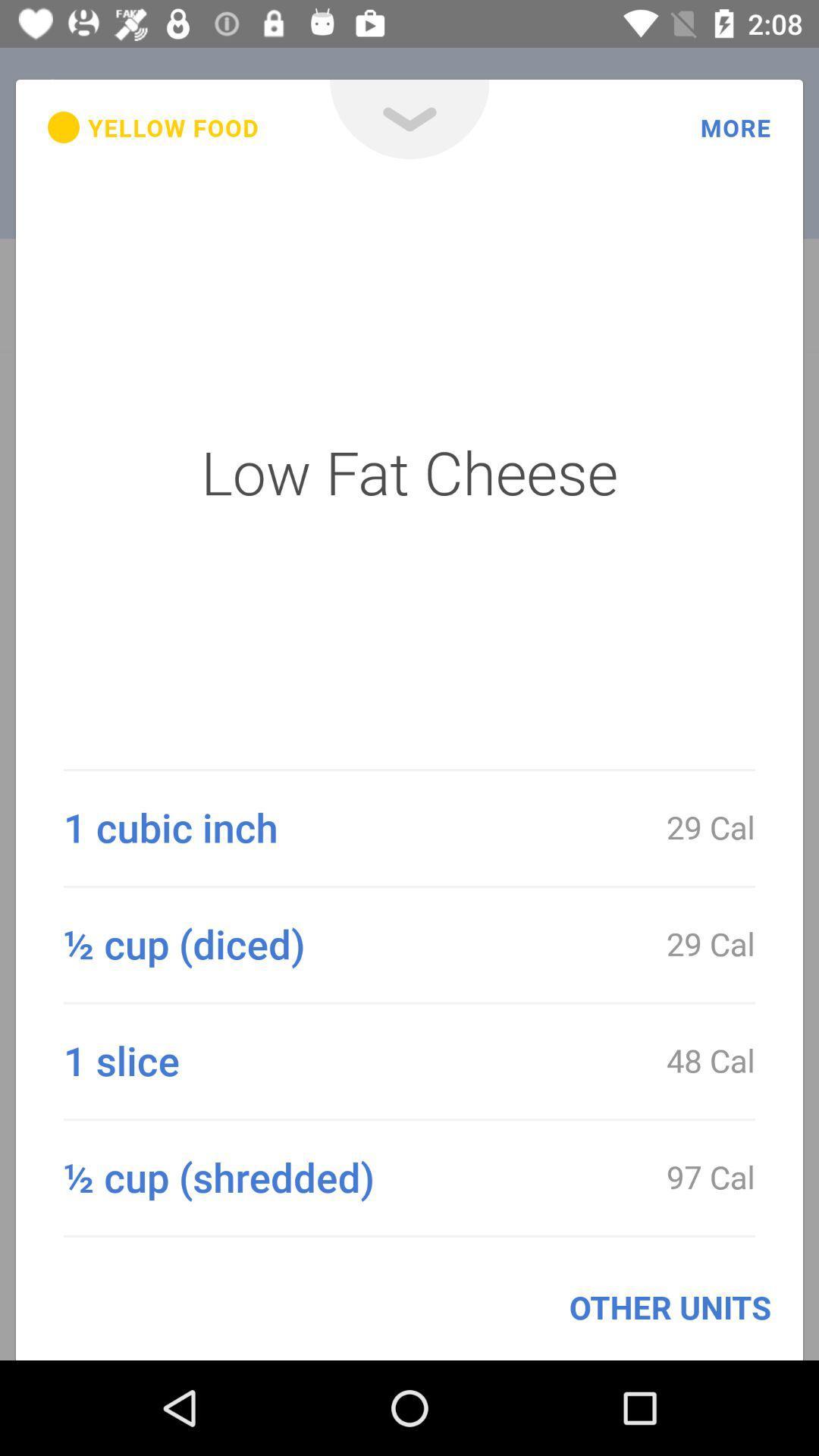  What do you see at coordinates (153, 127) in the screenshot?
I see `the yellow food` at bounding box center [153, 127].